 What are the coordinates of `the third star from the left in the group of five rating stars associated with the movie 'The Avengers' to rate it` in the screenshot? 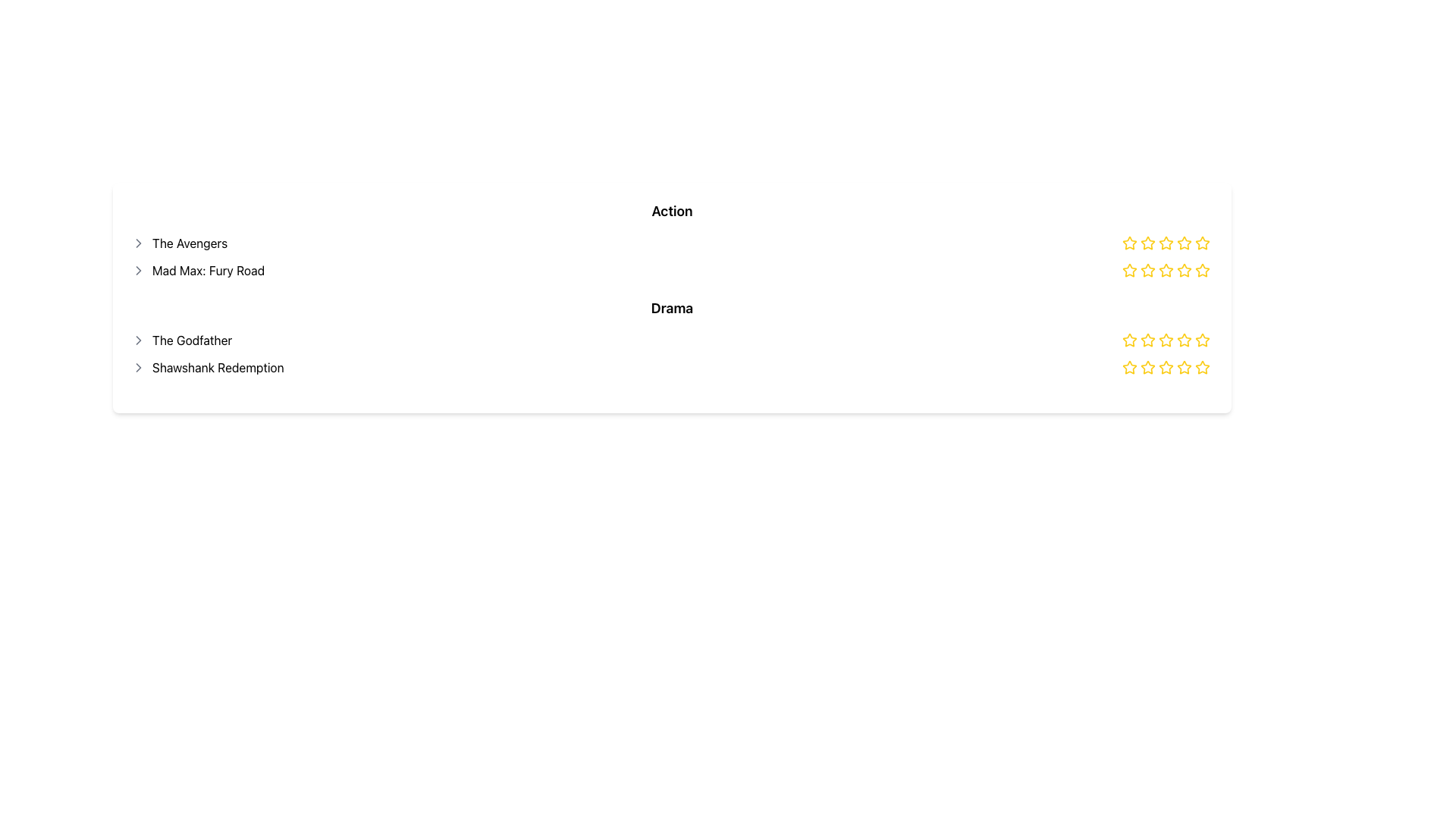 It's located at (1167, 242).